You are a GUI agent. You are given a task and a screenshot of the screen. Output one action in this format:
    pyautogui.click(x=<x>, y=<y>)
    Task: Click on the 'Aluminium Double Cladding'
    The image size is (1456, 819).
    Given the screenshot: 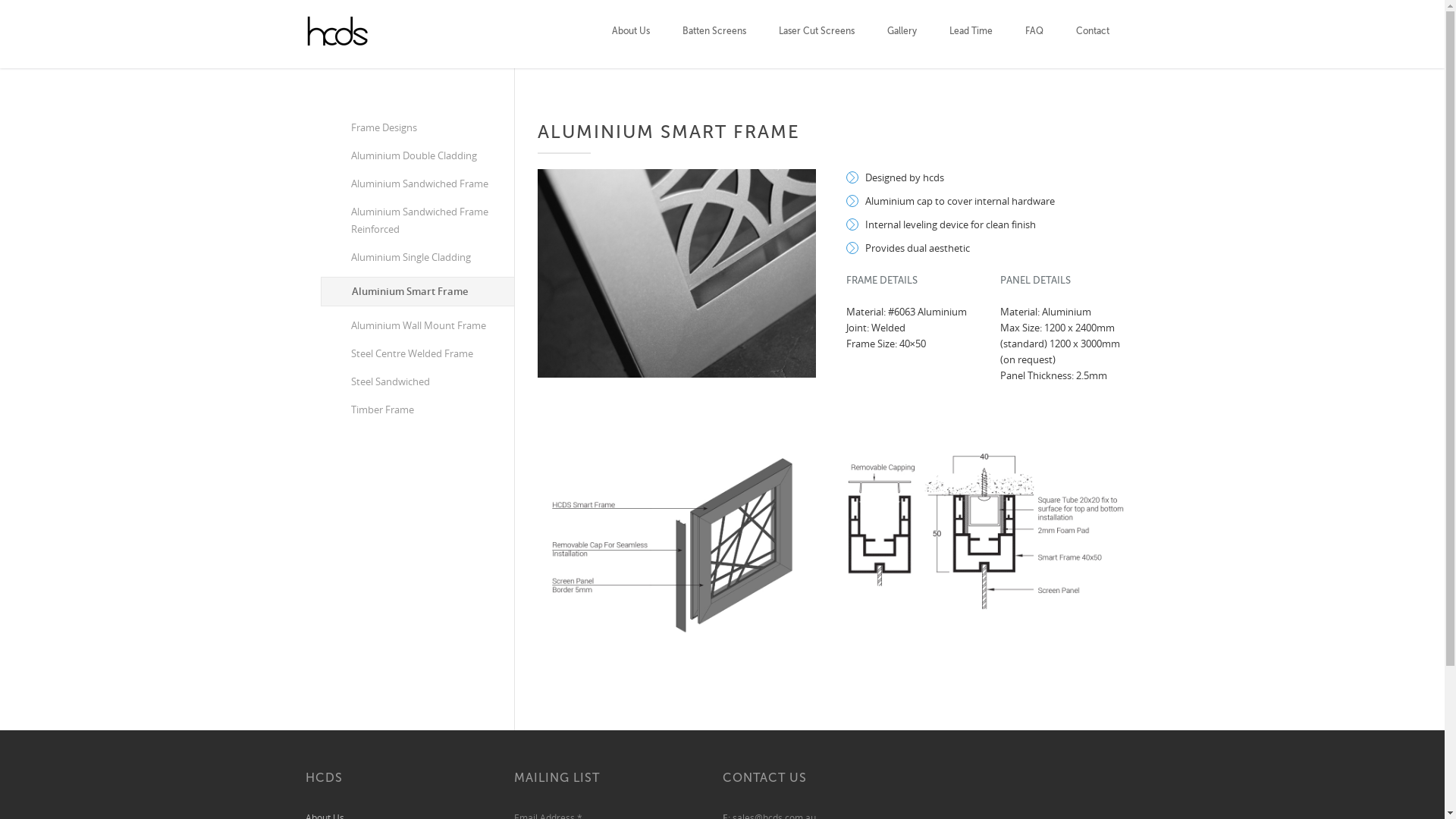 What is the action you would take?
    pyautogui.click(x=416, y=155)
    